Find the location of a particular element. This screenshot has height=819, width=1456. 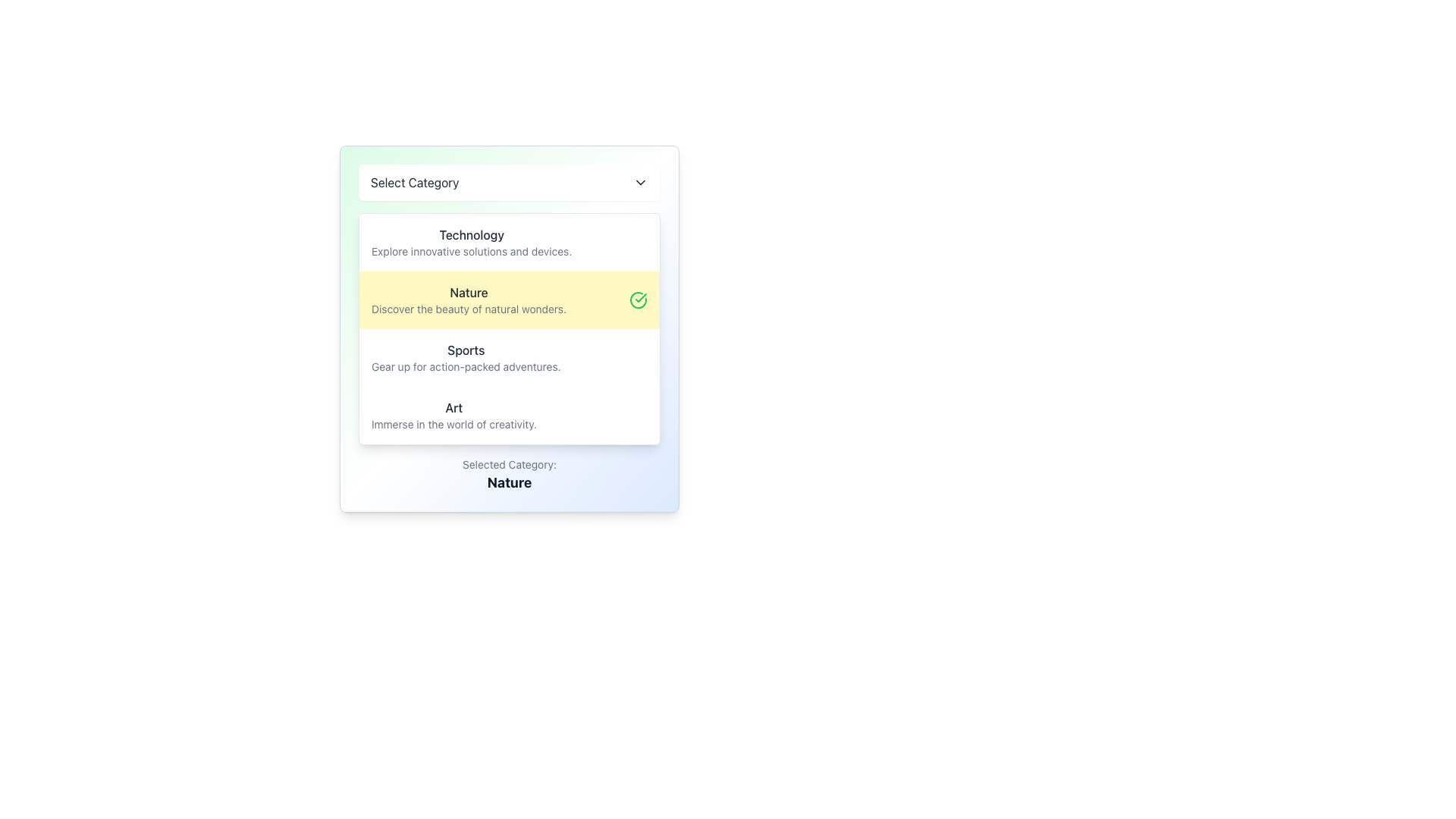

the second selectable item in the dropdown menu is located at coordinates (510, 300).